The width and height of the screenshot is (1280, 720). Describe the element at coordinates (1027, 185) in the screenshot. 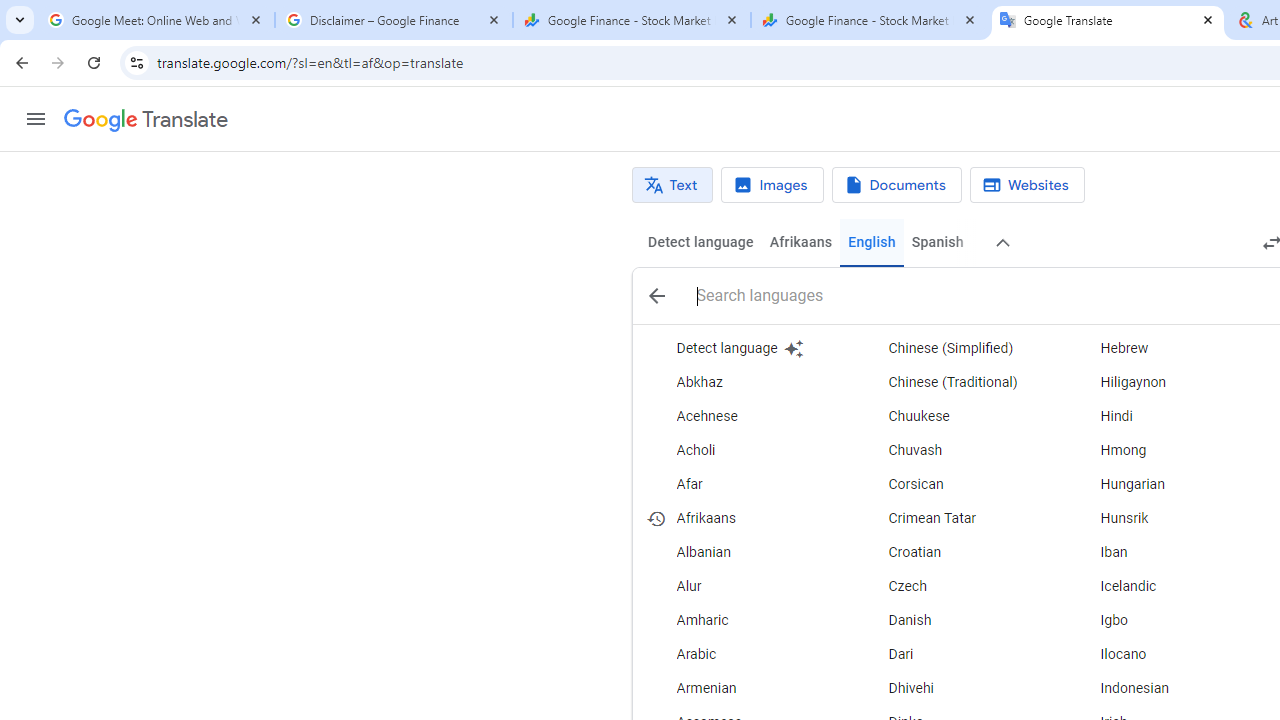

I see `'Website translation'` at that location.